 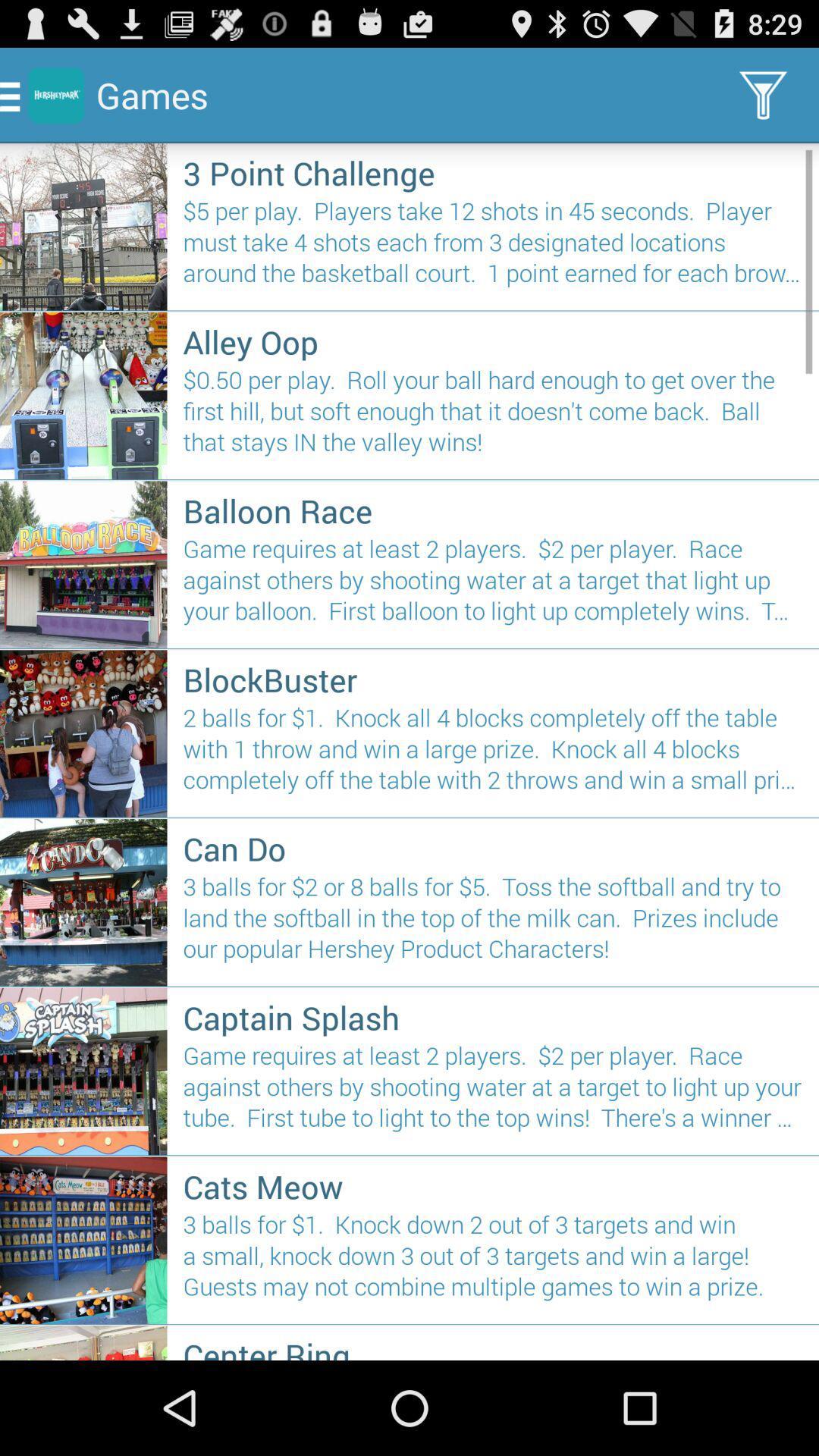 I want to click on icon at the top right corner, so click(x=763, y=94).